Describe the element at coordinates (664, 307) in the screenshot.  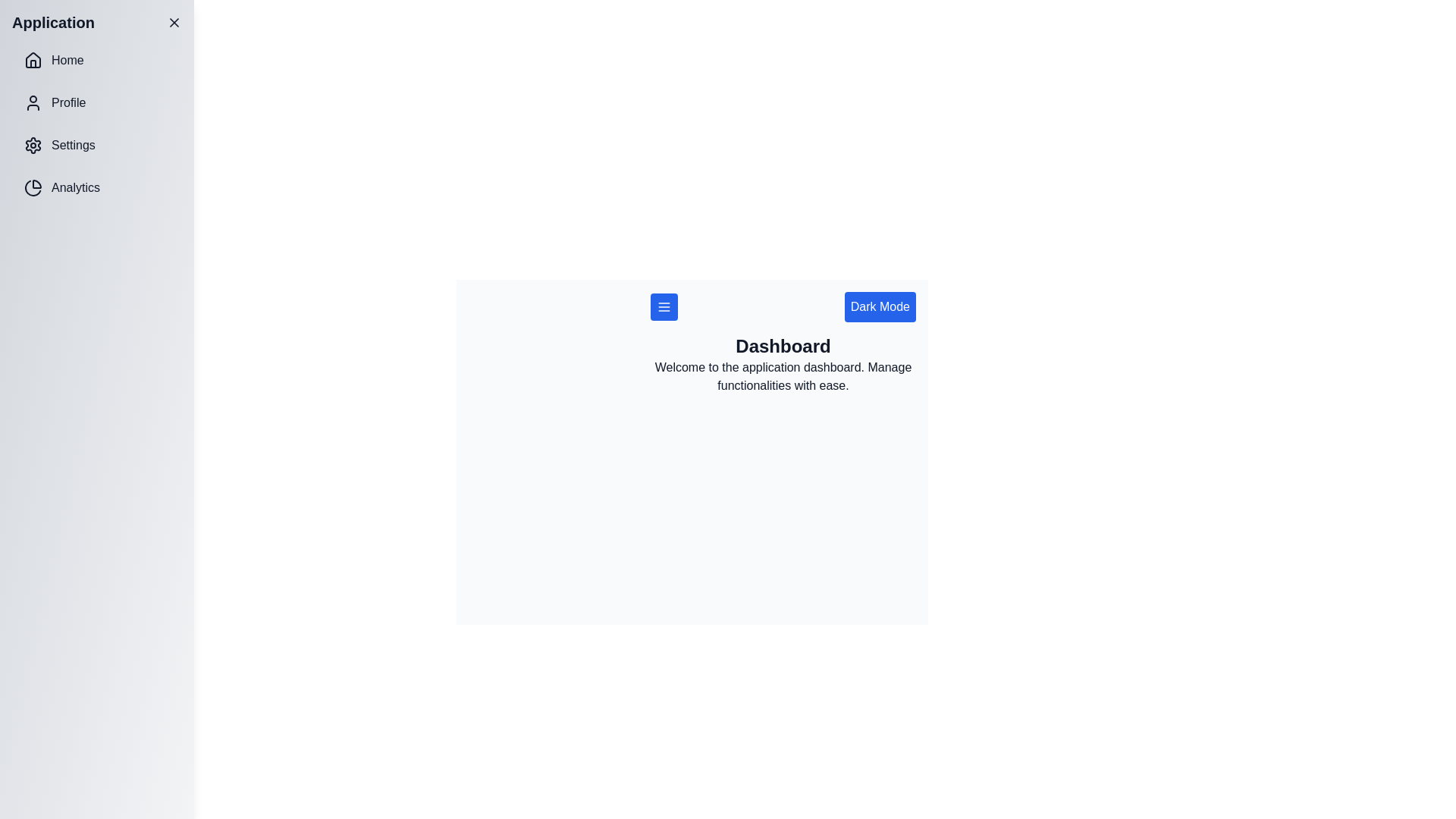
I see `the menu toggle button located within a blue button at the top-left corner of the central panel` at that location.